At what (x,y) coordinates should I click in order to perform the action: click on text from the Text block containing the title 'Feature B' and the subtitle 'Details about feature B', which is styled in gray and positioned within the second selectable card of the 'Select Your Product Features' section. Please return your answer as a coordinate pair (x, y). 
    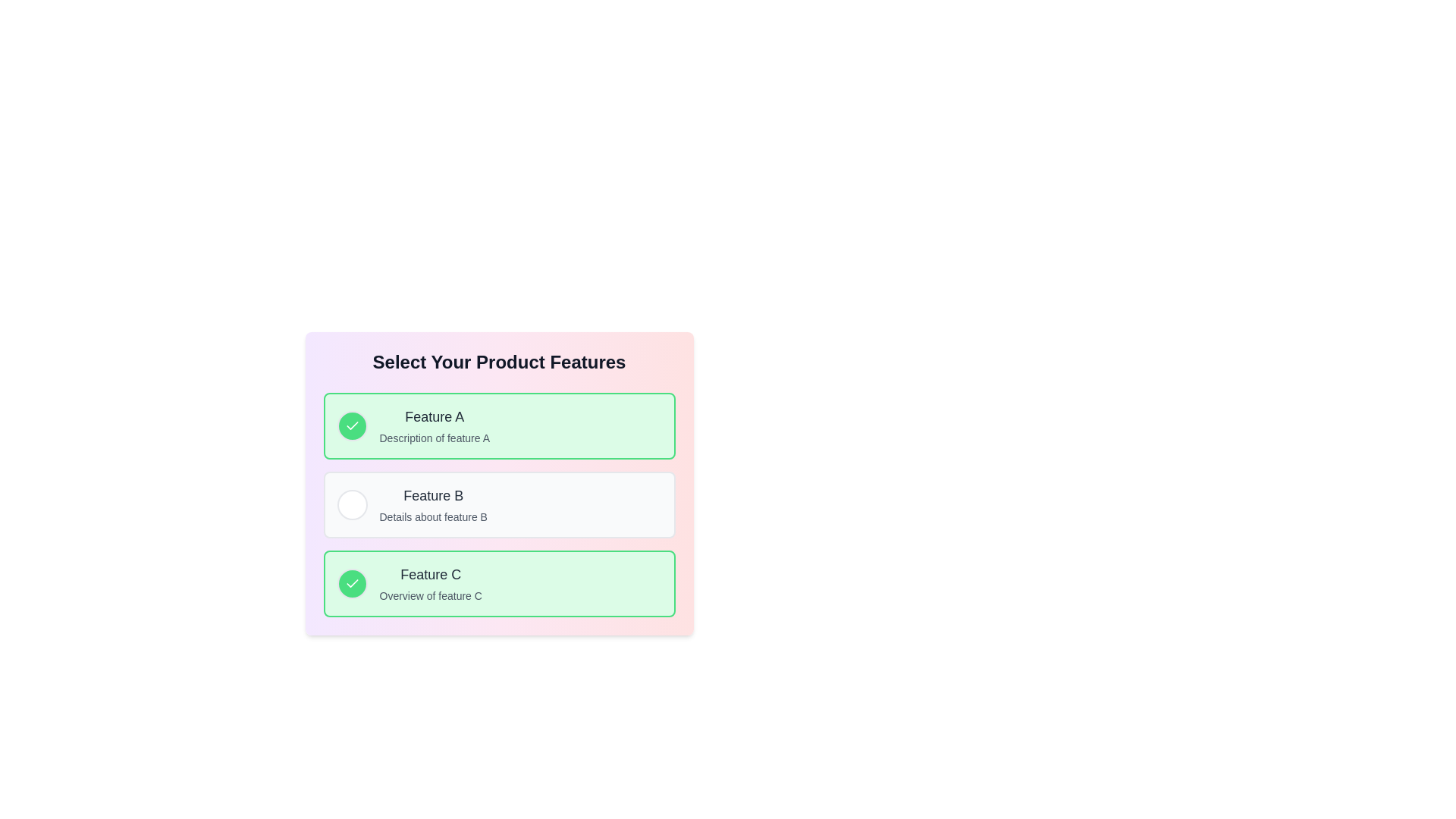
    Looking at the image, I should click on (432, 505).